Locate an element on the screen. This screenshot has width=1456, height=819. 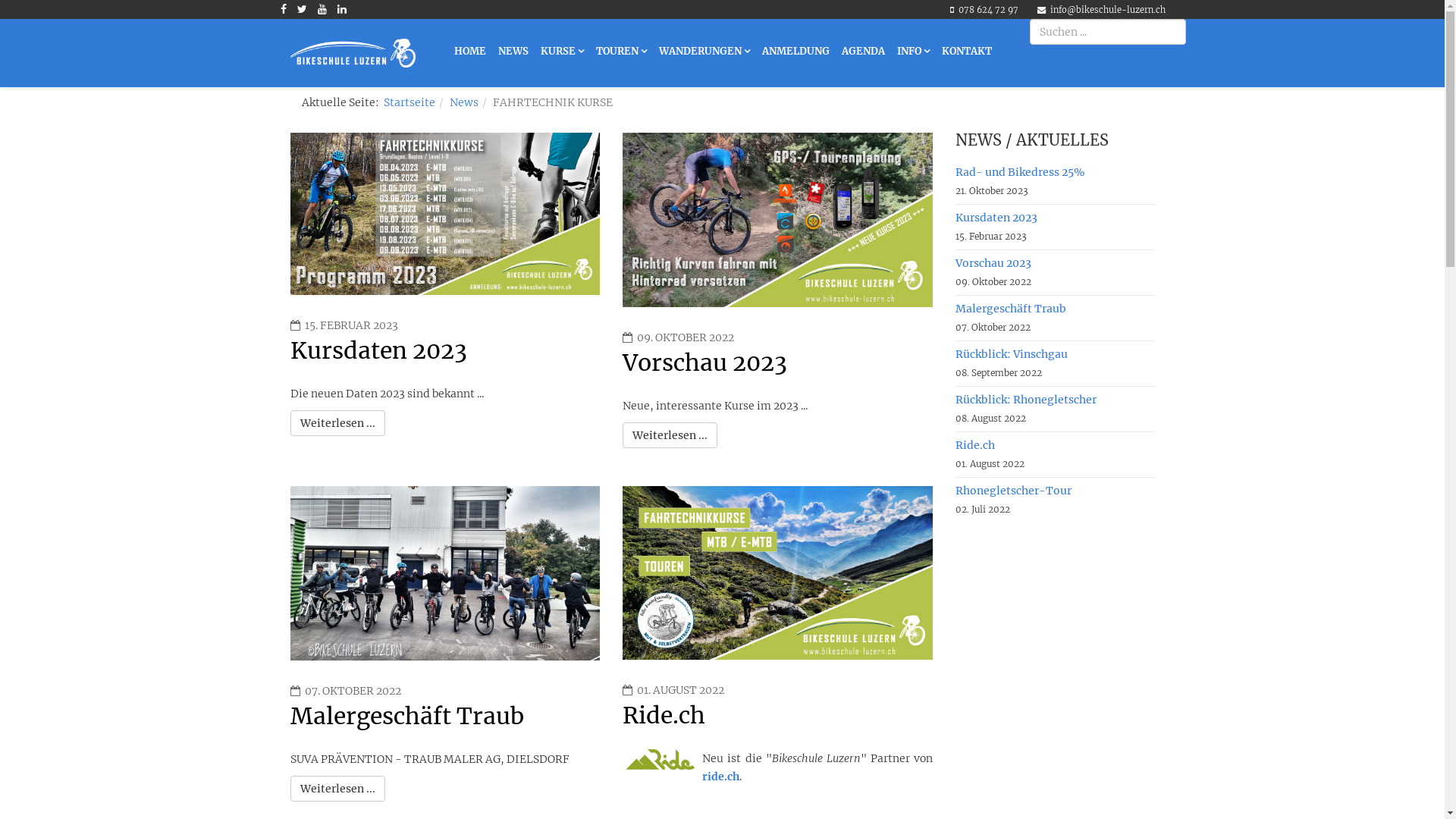
'ANMELDUNG' is located at coordinates (794, 51).